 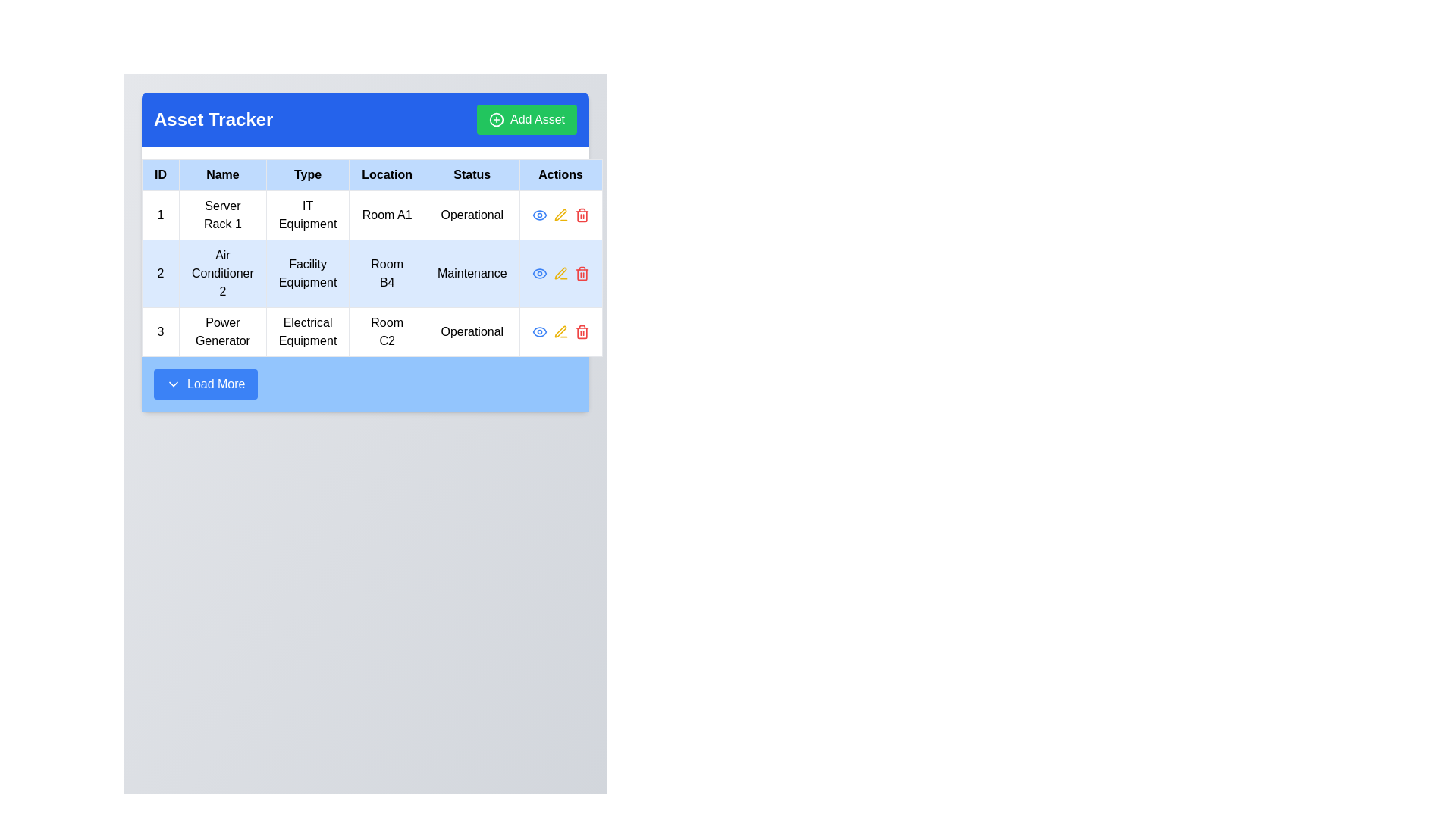 What do you see at coordinates (221, 331) in the screenshot?
I see `the non-interactive text label in the second cell of the third row of the table, which is adjacent to the left of the 'Electrical Equipment' cell and to the right of the '3' cell` at bounding box center [221, 331].